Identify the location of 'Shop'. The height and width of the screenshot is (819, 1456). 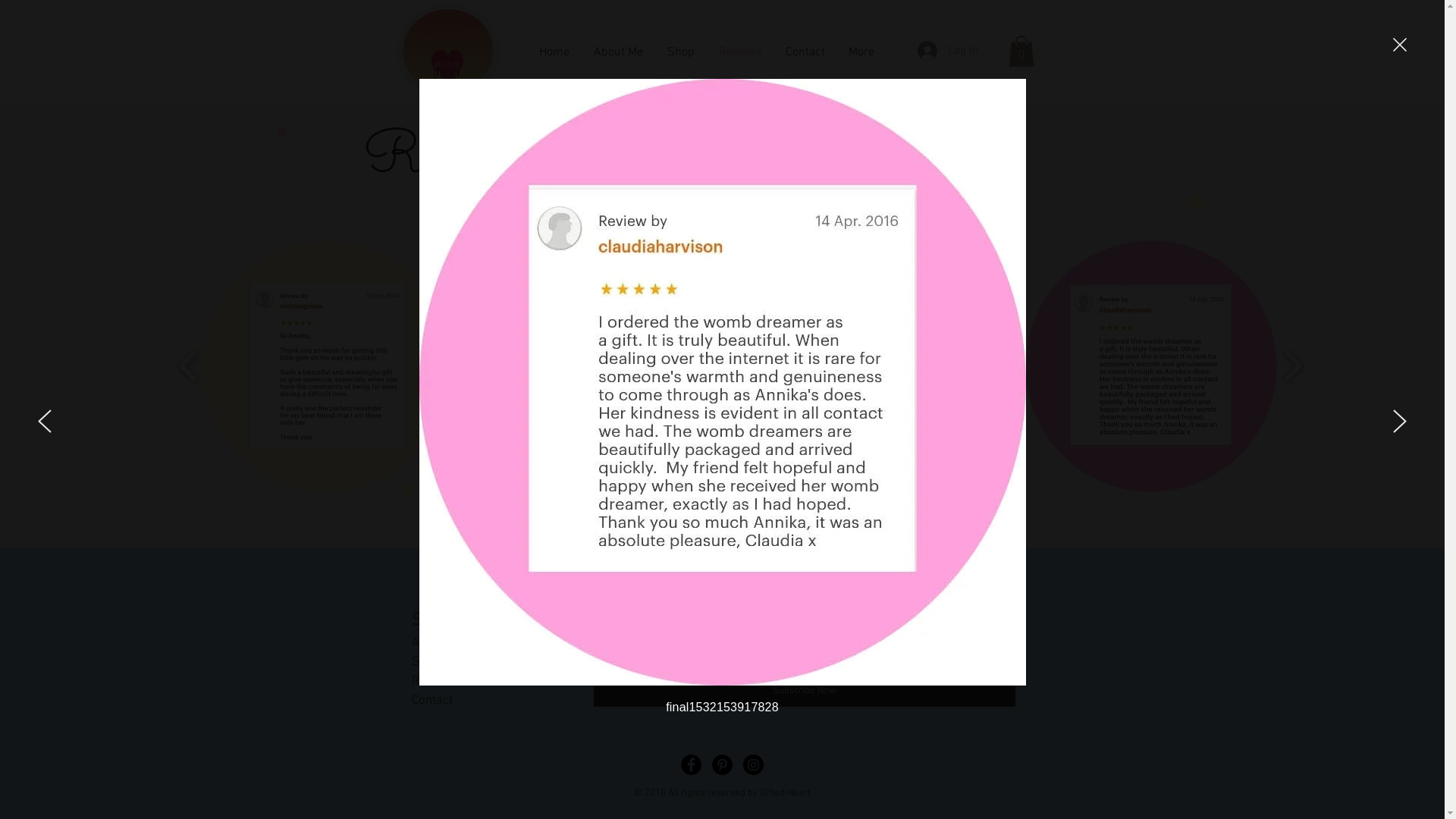
(425, 661).